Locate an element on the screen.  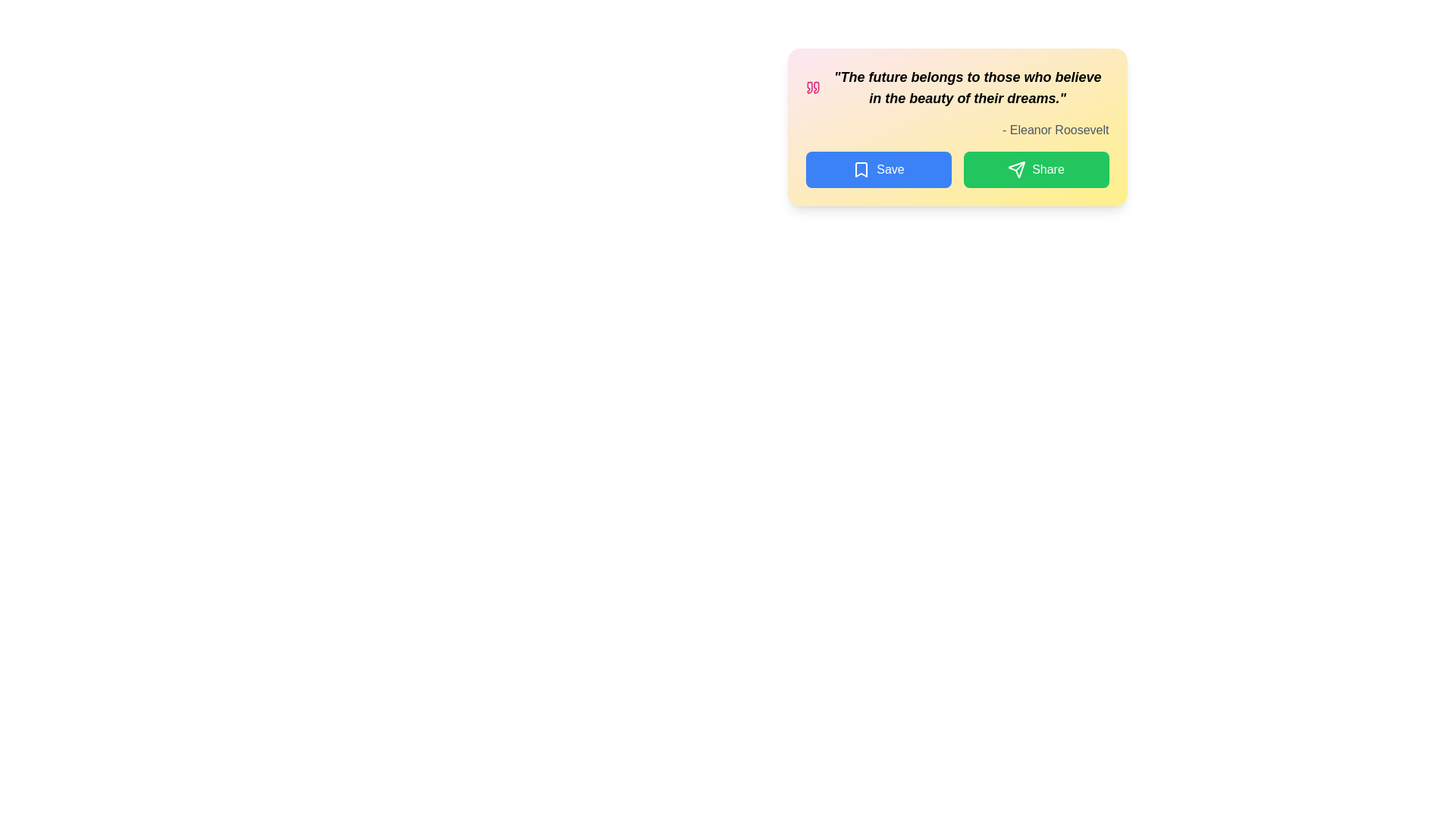
the bookmark-shaped icon located to the left of the 'Save' button, characterized by its triangular bottom and rectangular body with a blue background and white inner lines is located at coordinates (861, 169).